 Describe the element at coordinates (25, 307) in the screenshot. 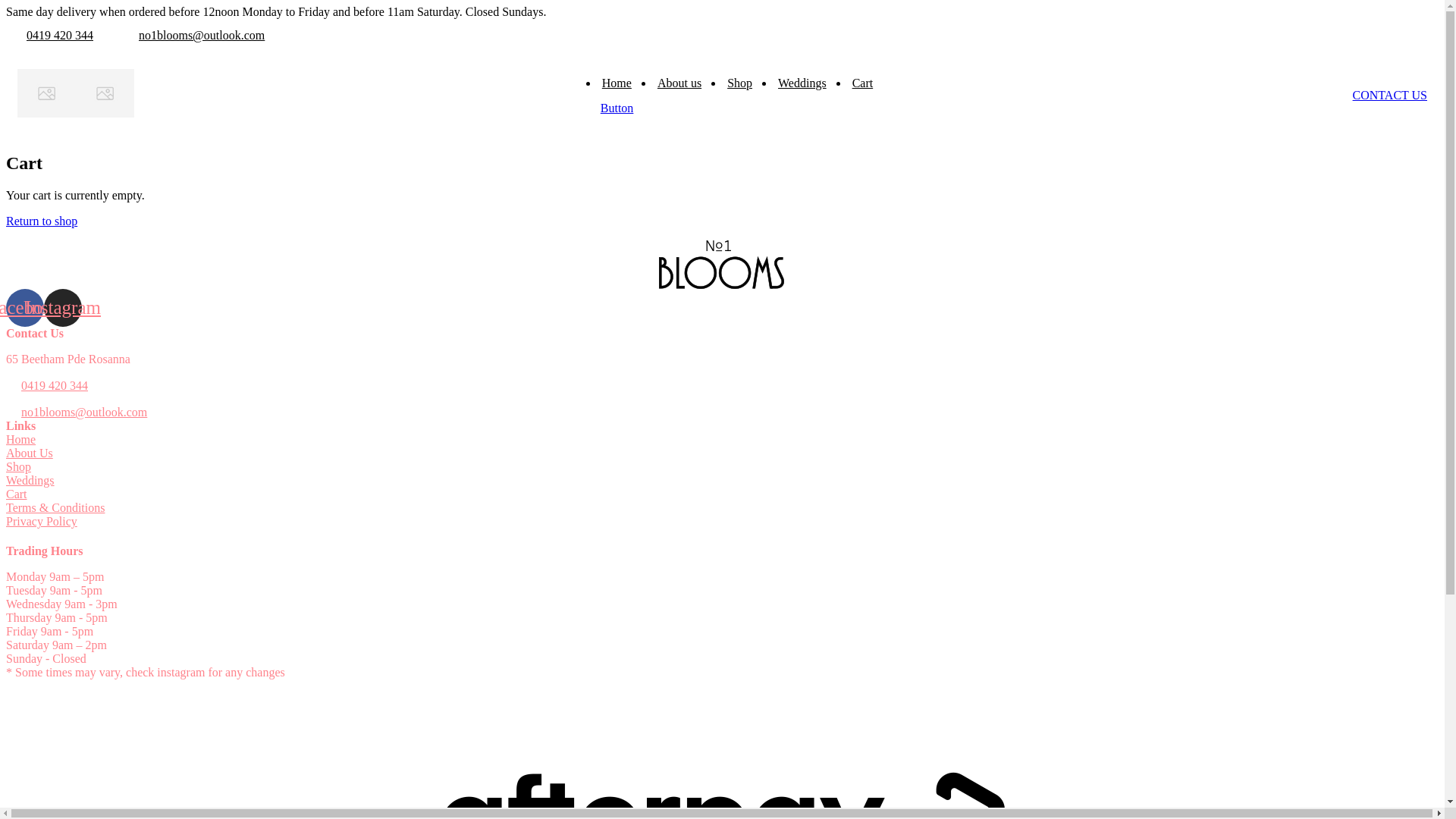

I see `'Facebook'` at that location.